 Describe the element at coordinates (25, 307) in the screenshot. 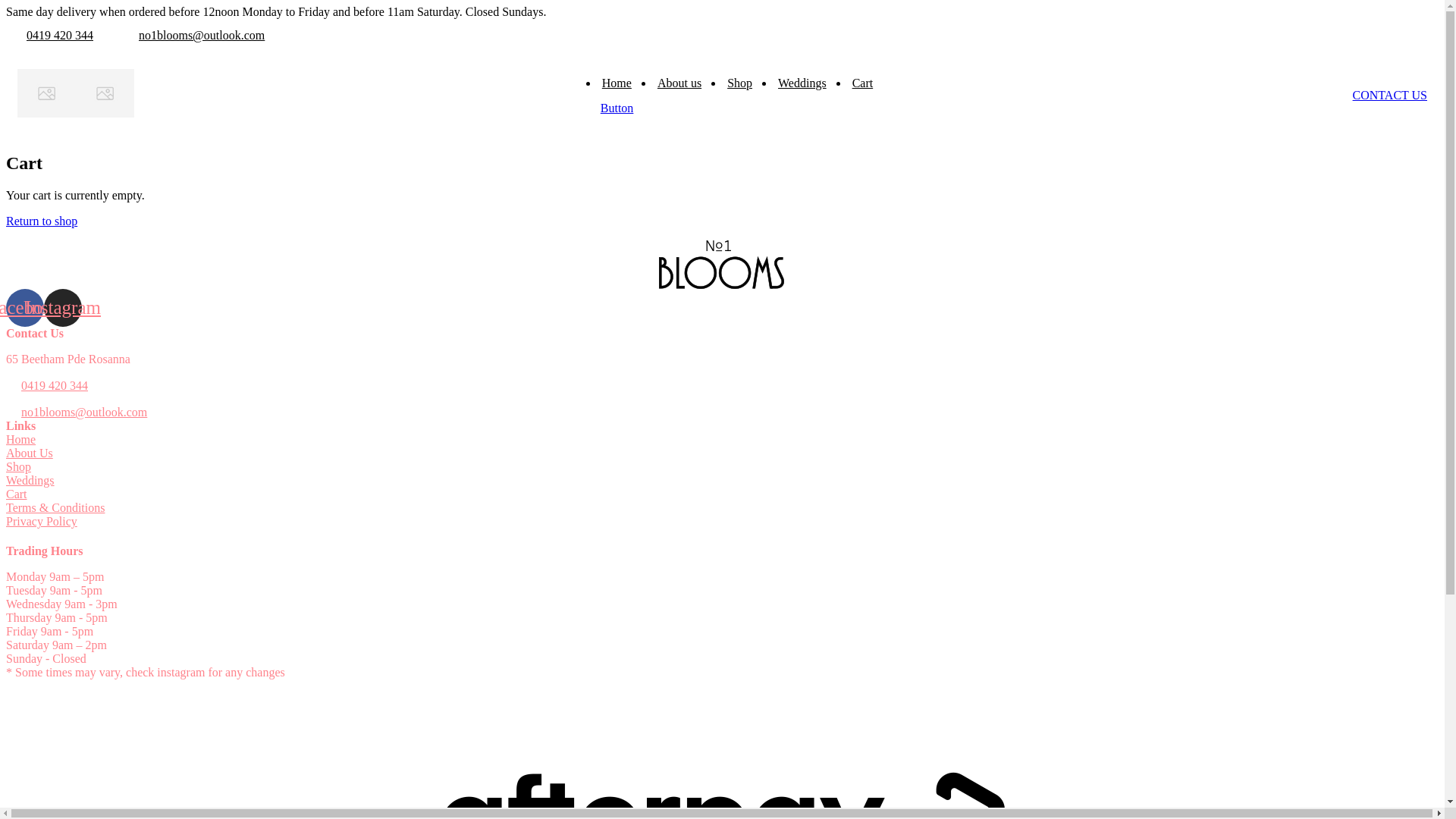

I see `'Facebook'` at that location.